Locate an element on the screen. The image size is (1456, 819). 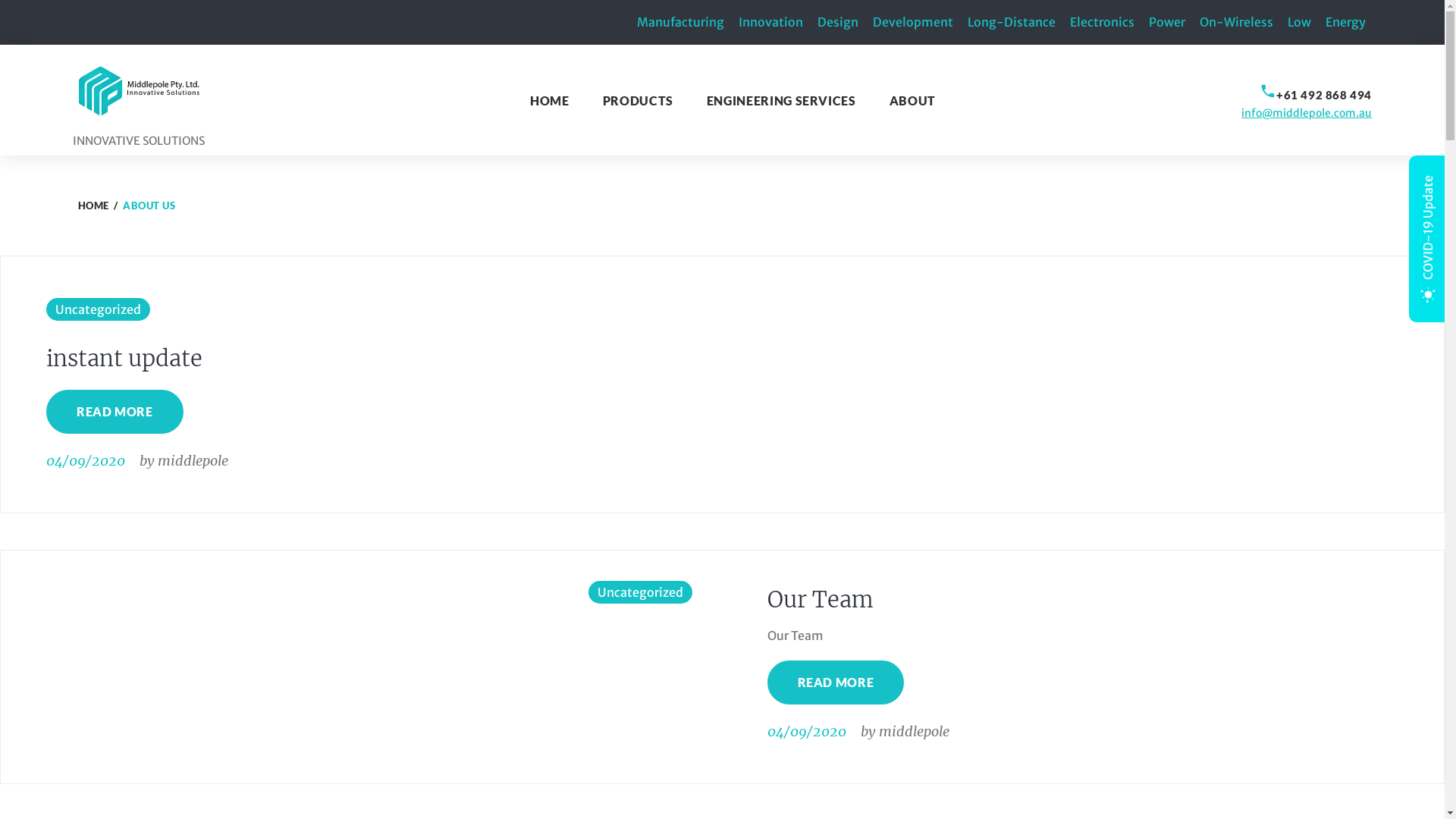
'+61 492 868 494' is located at coordinates (1323, 94).